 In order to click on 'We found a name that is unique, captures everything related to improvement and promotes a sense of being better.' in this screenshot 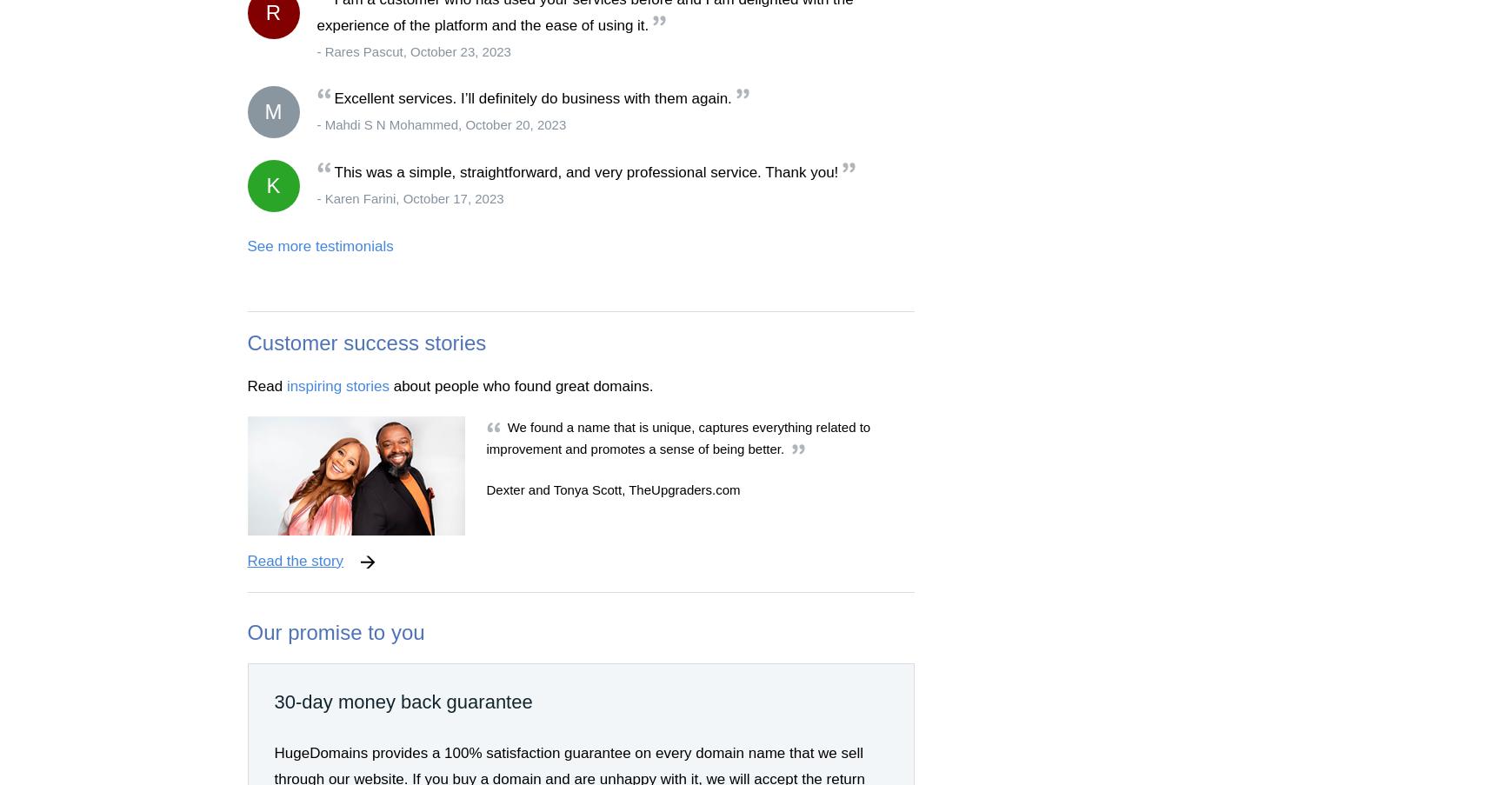, I will do `click(676, 437)`.